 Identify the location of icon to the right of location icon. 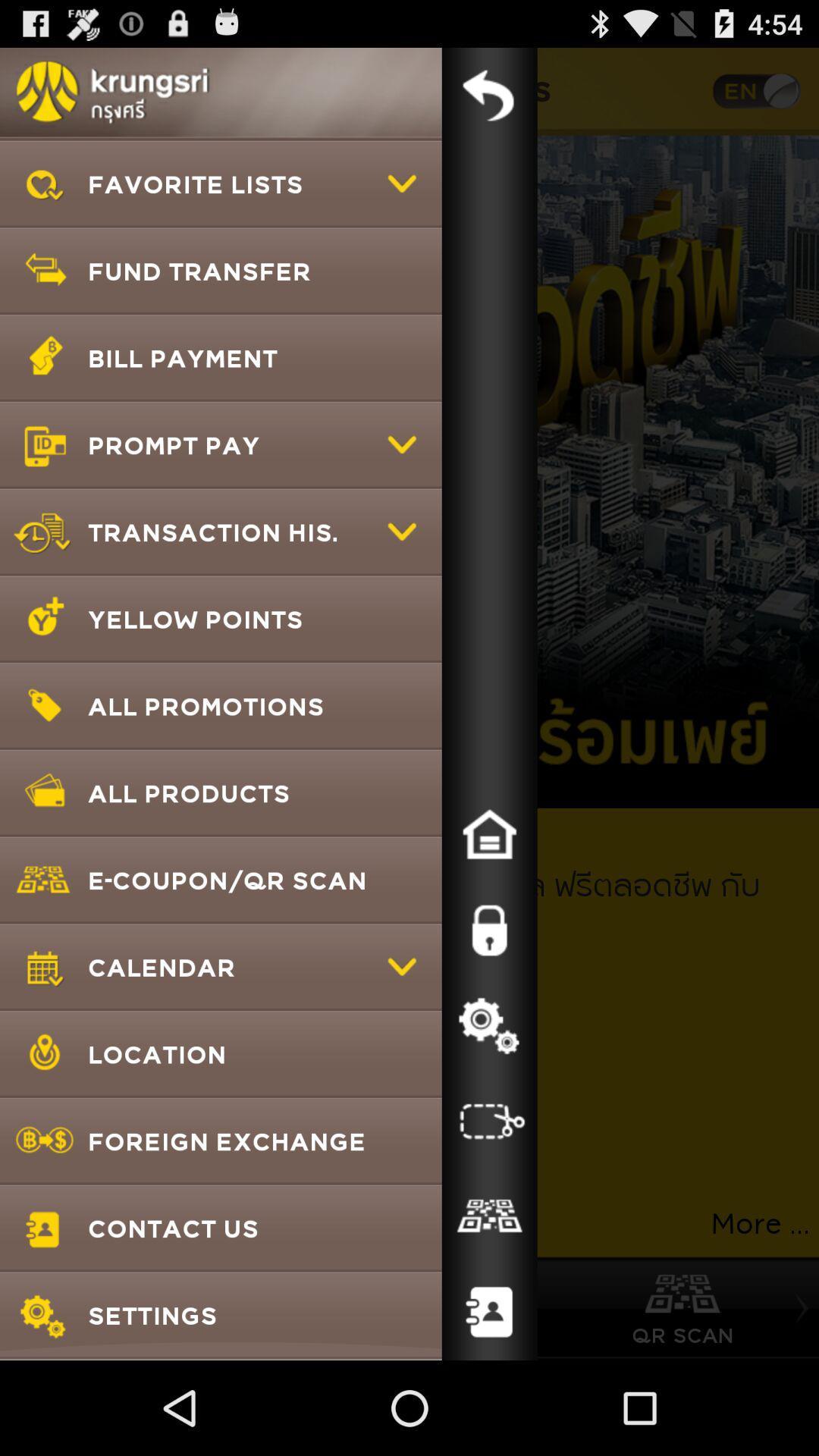
(489, 1121).